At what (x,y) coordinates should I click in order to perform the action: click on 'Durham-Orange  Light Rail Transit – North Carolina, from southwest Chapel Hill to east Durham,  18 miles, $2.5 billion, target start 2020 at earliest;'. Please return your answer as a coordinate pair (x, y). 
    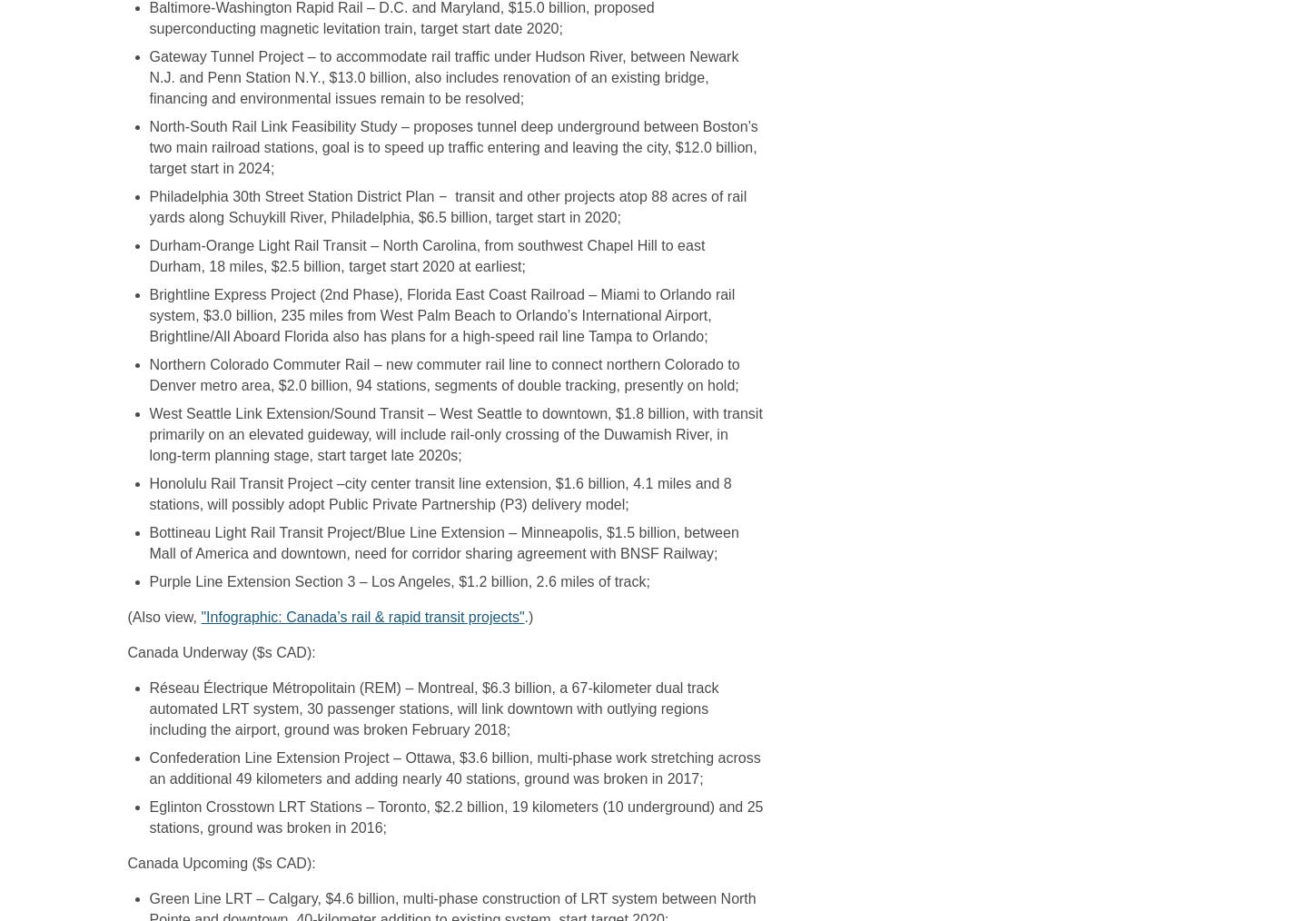
    Looking at the image, I should click on (427, 255).